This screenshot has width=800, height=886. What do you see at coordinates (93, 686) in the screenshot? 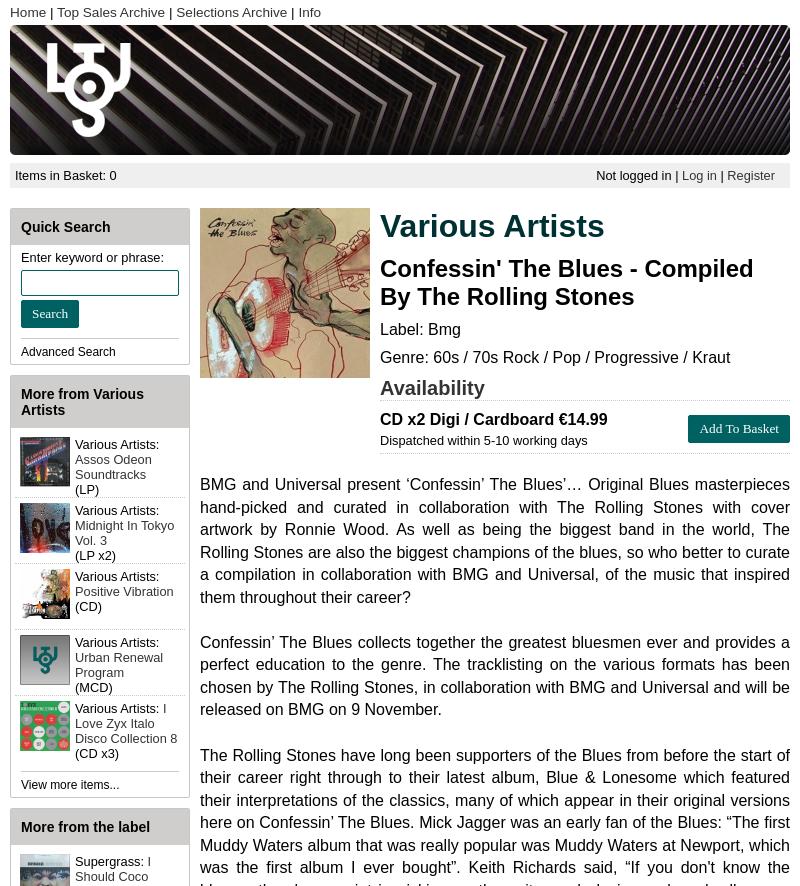
I see `'(MCD)'` at bounding box center [93, 686].